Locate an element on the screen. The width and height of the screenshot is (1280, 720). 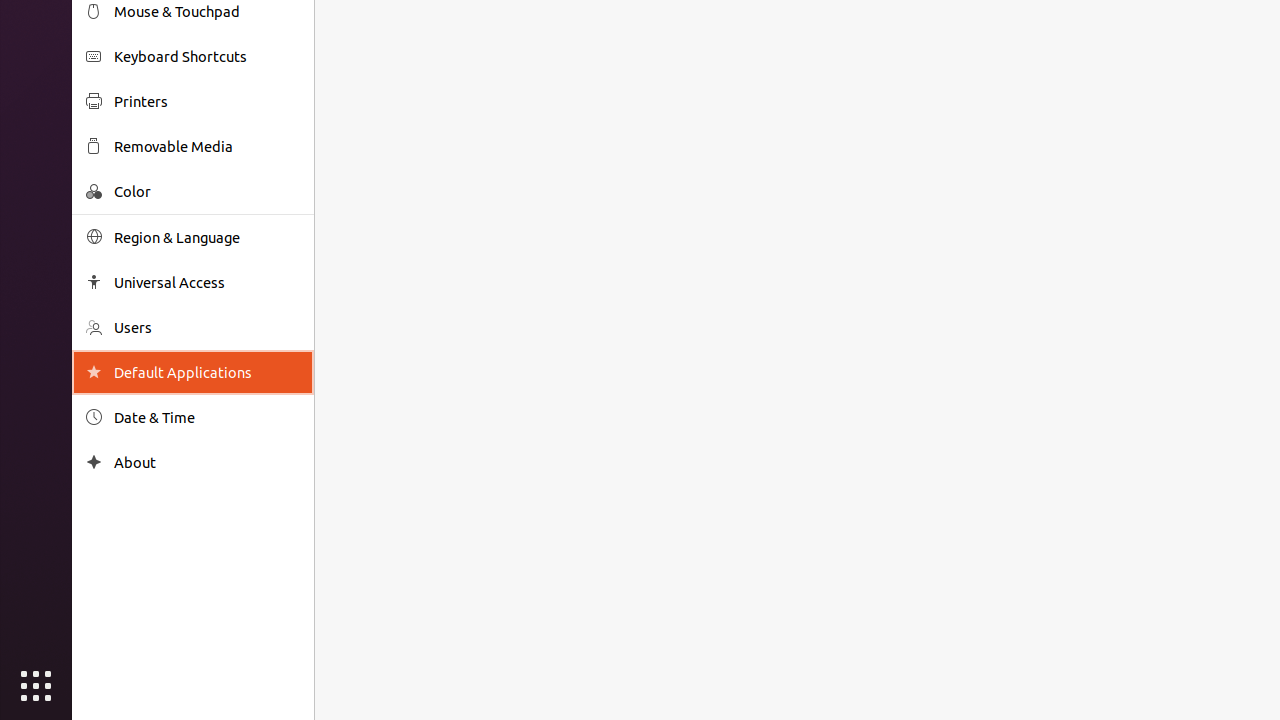
'Removable Media' is located at coordinates (206, 145).